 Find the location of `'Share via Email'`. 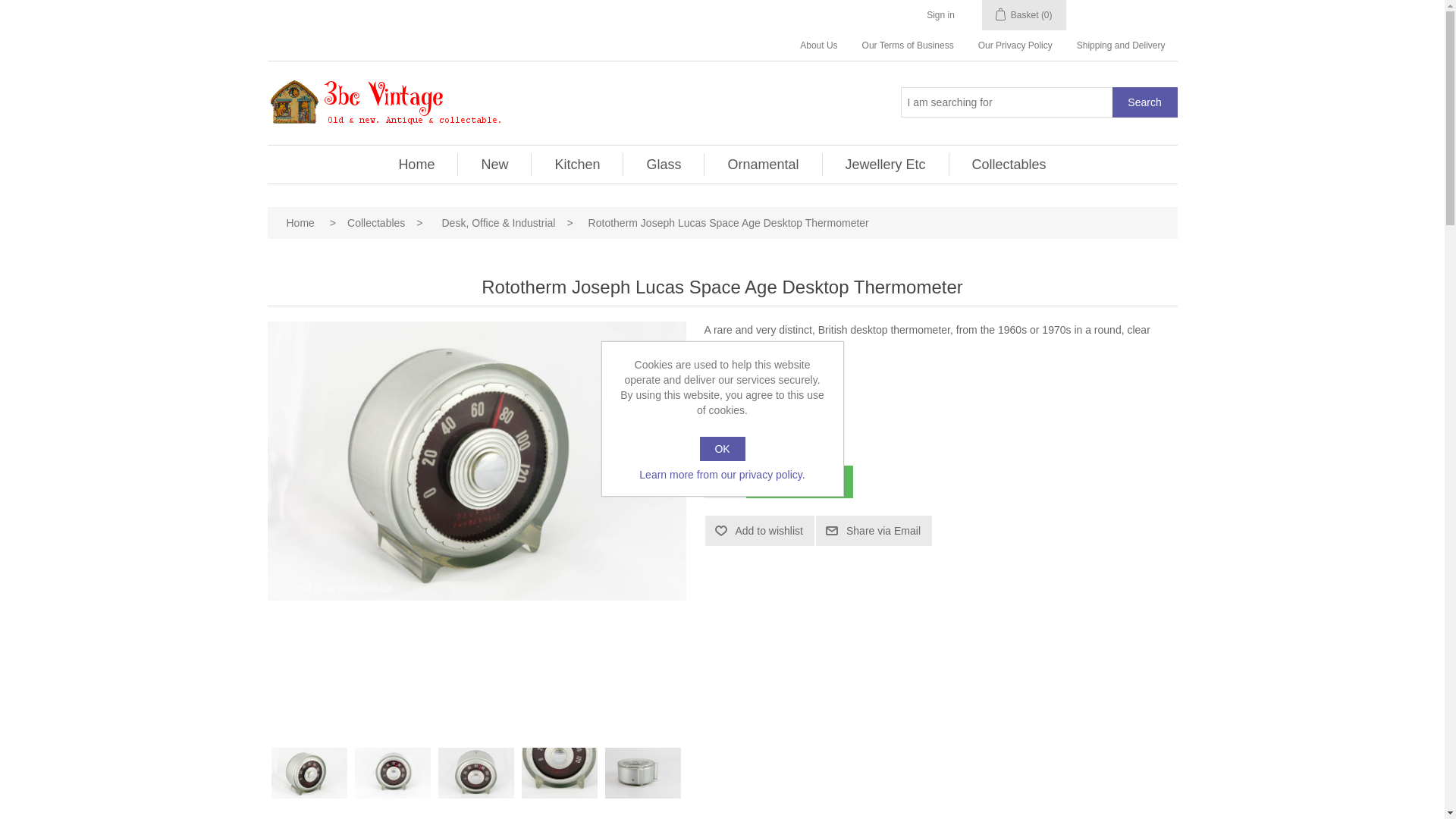

'Share via Email' is located at coordinates (874, 529).